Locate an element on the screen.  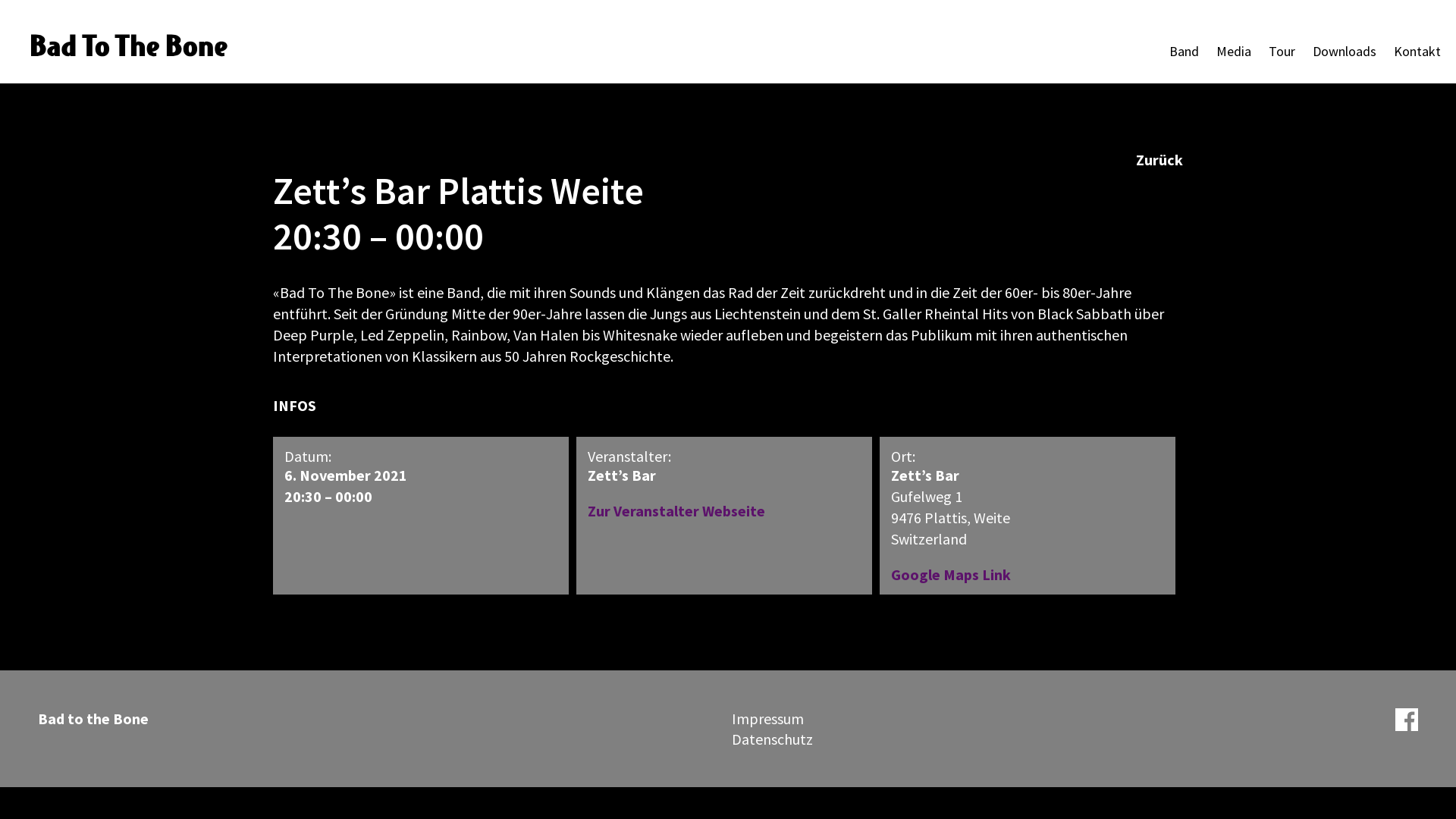
'Kontakt' is located at coordinates (1416, 51).